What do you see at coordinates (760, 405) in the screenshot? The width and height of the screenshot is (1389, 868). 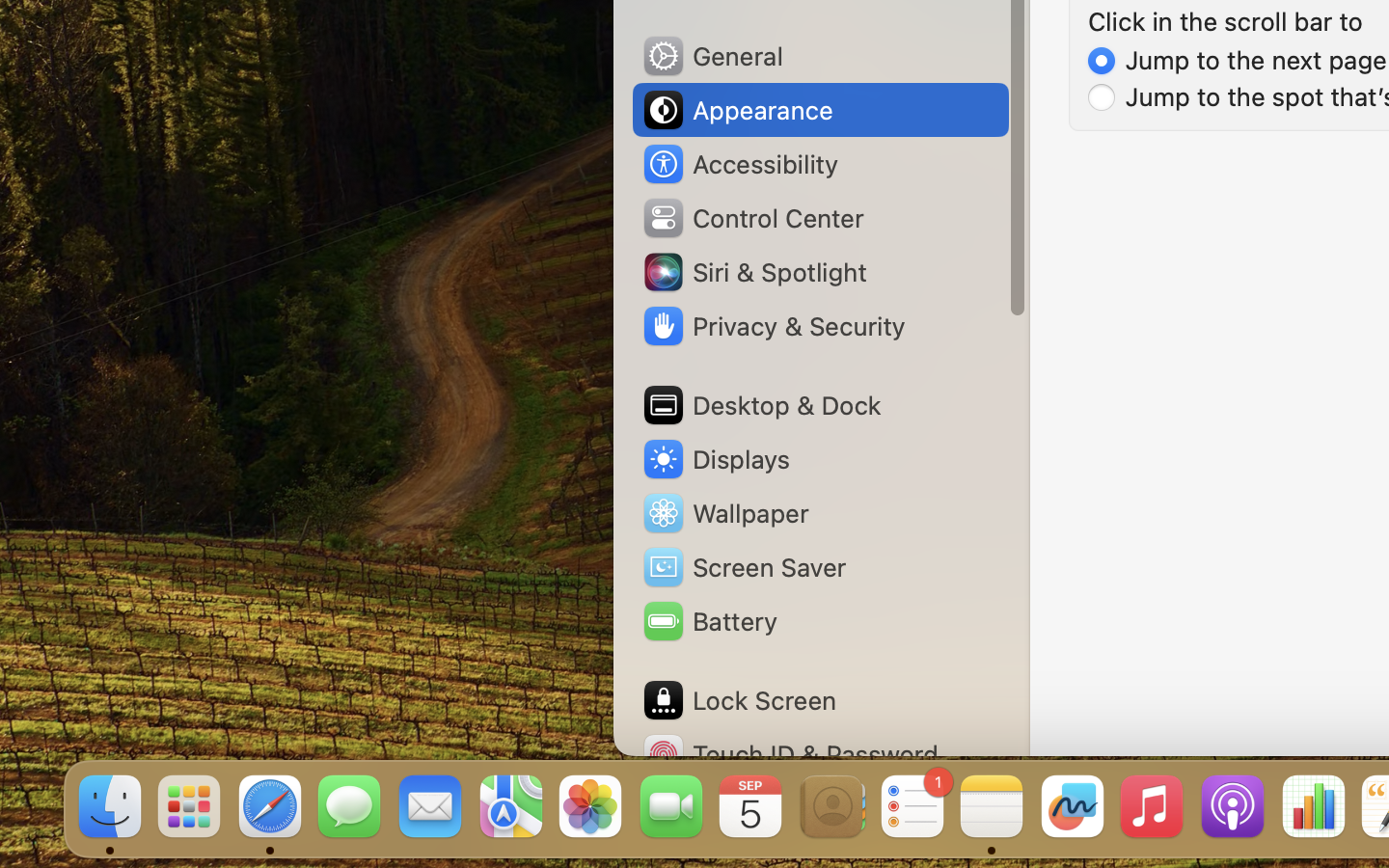 I see `'Desktop & Dock'` at bounding box center [760, 405].